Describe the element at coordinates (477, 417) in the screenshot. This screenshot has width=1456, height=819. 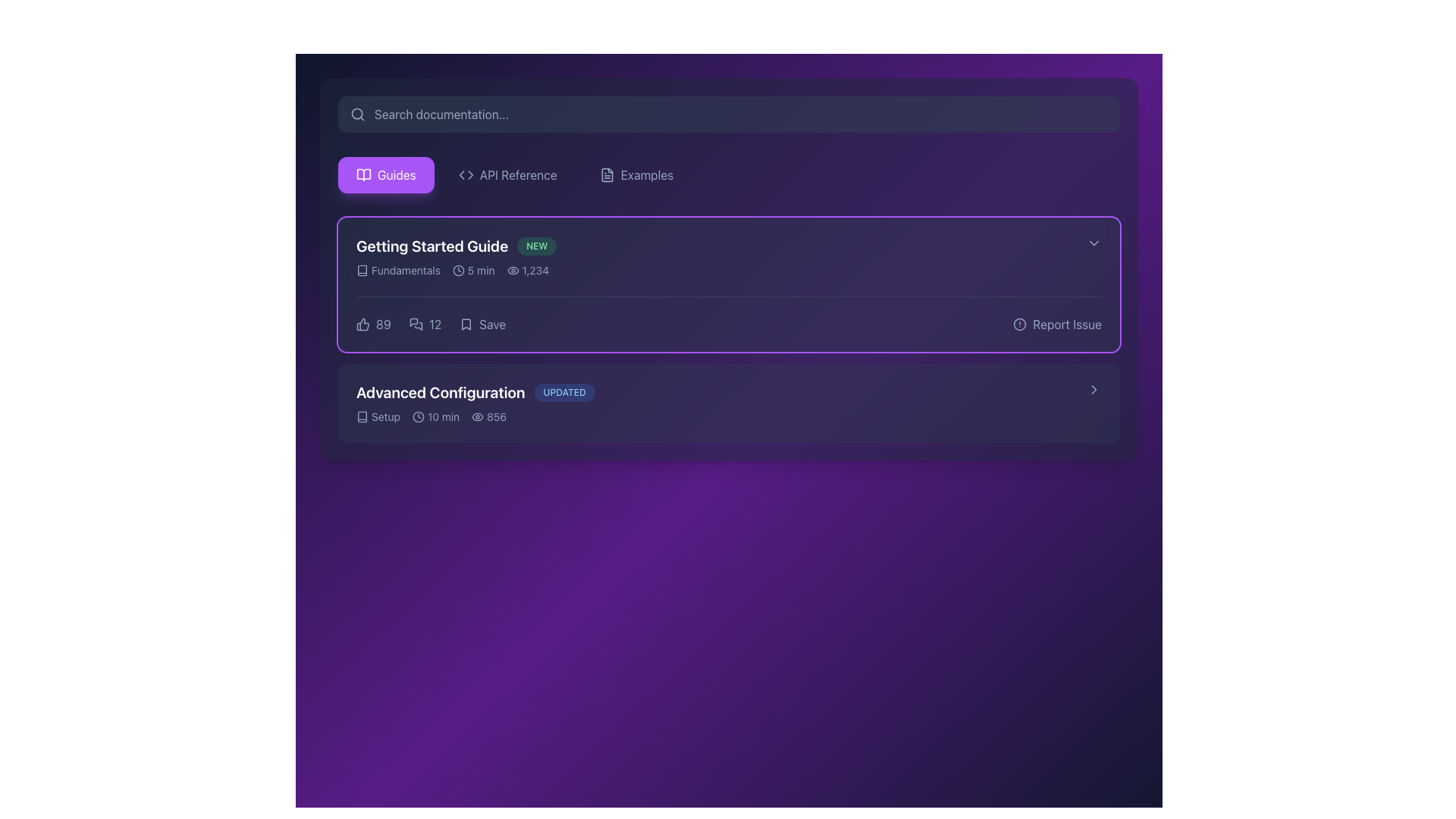
I see `the eye icon representing the view counter located to the left of the number '856' in the 'Advanced Configuration' section` at that location.